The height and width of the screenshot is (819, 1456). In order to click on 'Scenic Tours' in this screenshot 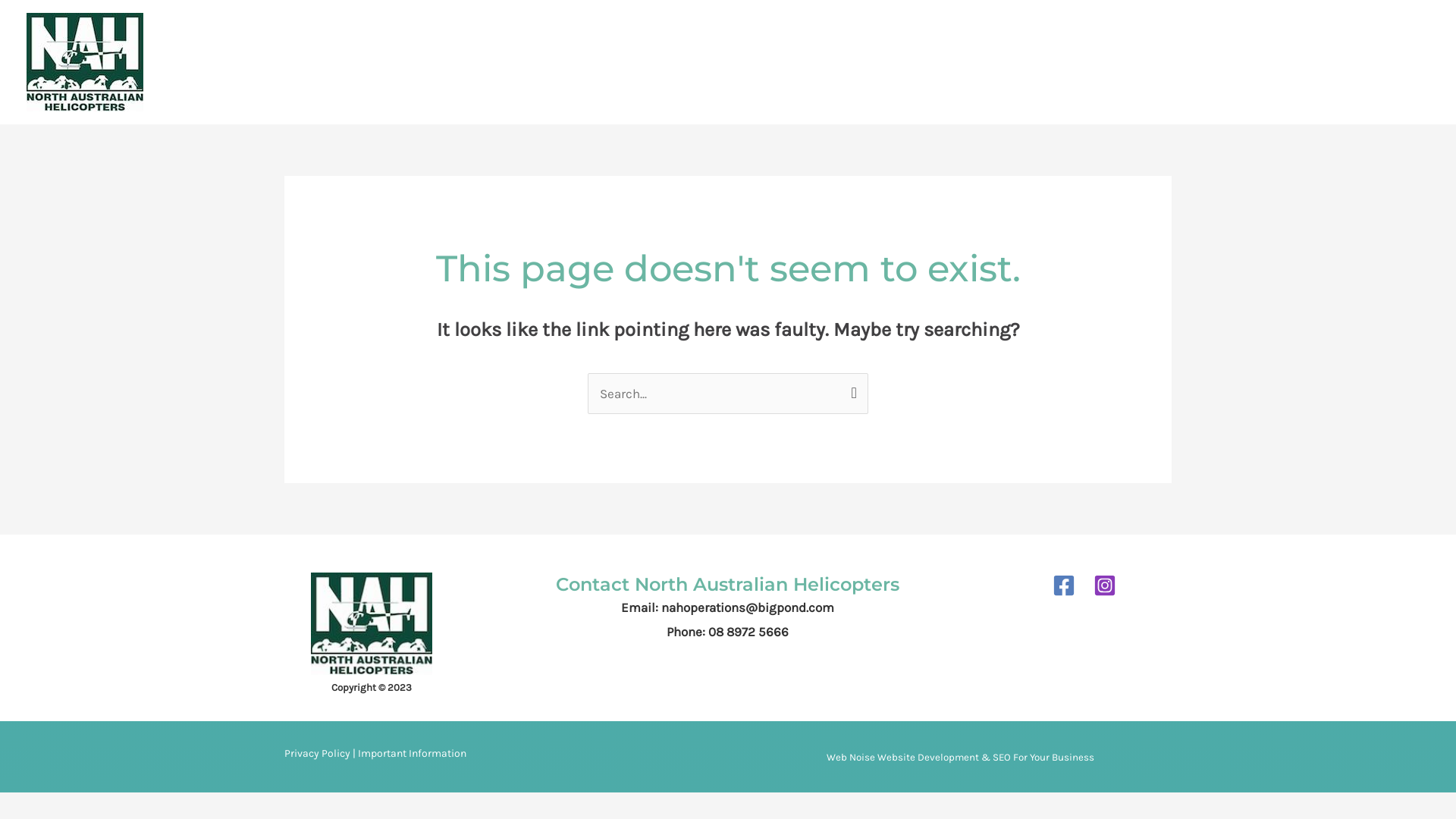, I will do `click(884, 61)`.